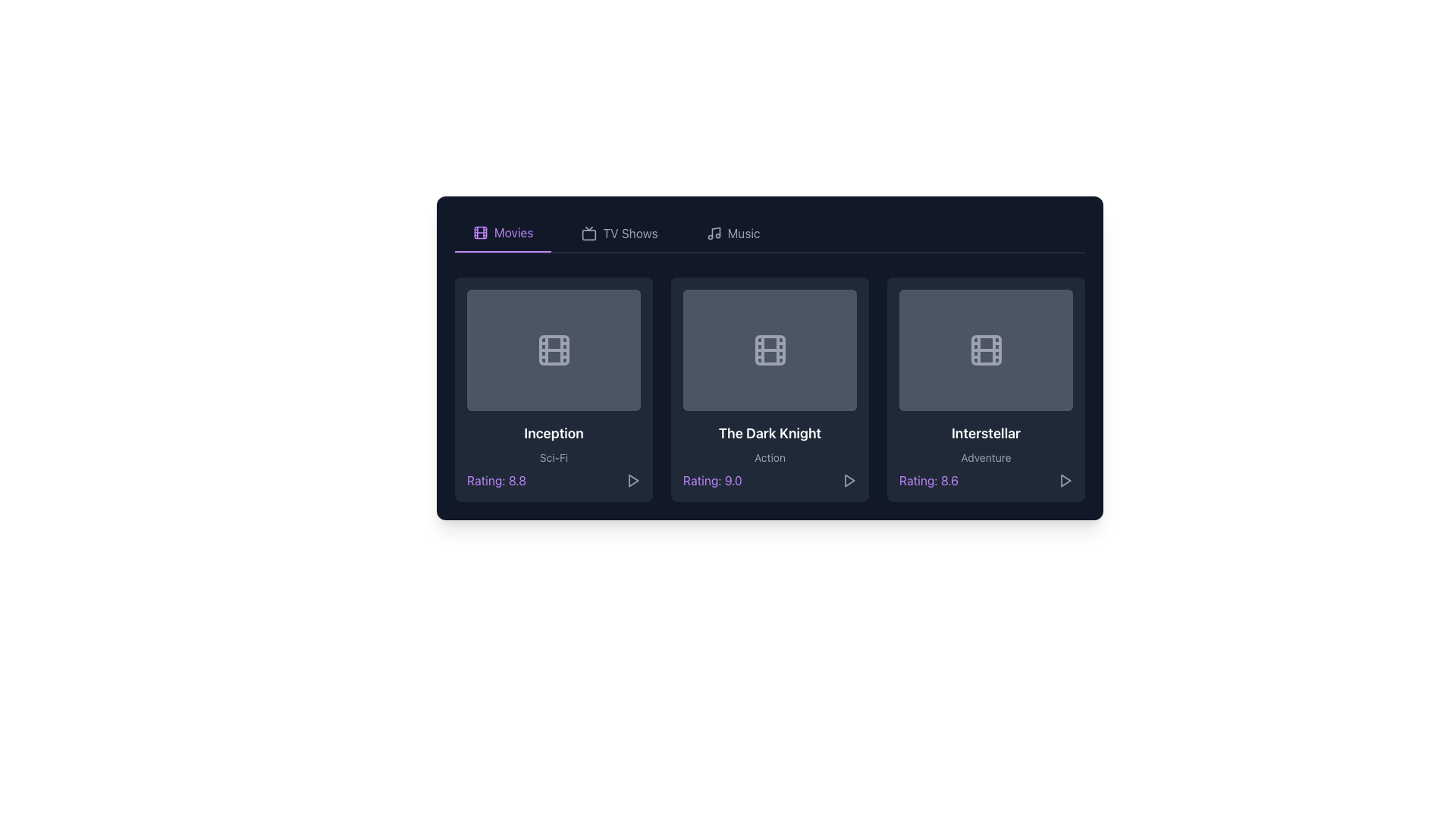 This screenshot has width=1456, height=819. I want to click on the text label displaying the word 'Adventure', which is located under the title 'Interstellar' and above the rating information, so click(986, 457).